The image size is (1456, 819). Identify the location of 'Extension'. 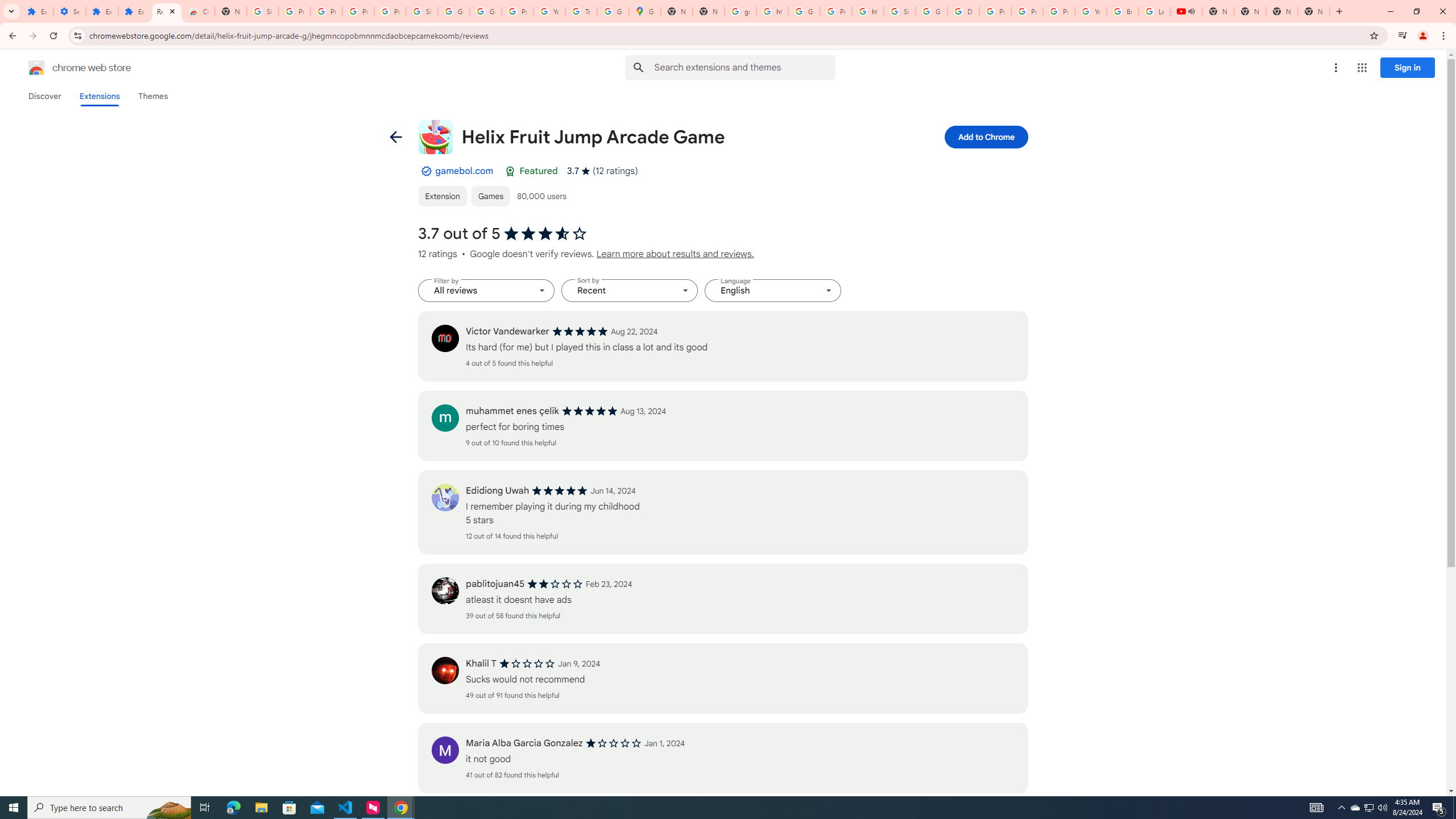
(442, 196).